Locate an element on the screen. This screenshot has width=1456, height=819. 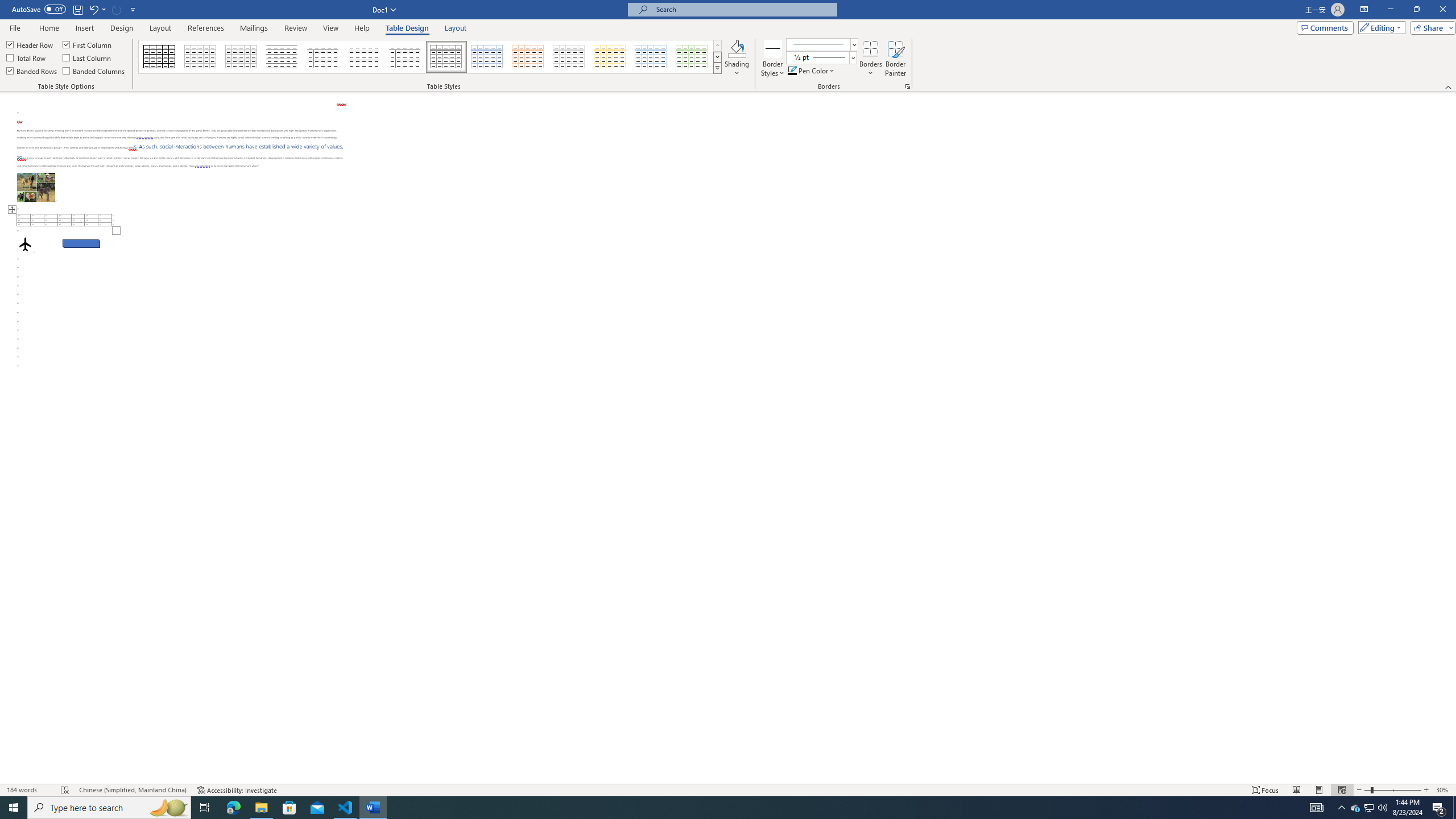
'AutomationID: TableStylesGalleryWord' is located at coordinates (431, 56).